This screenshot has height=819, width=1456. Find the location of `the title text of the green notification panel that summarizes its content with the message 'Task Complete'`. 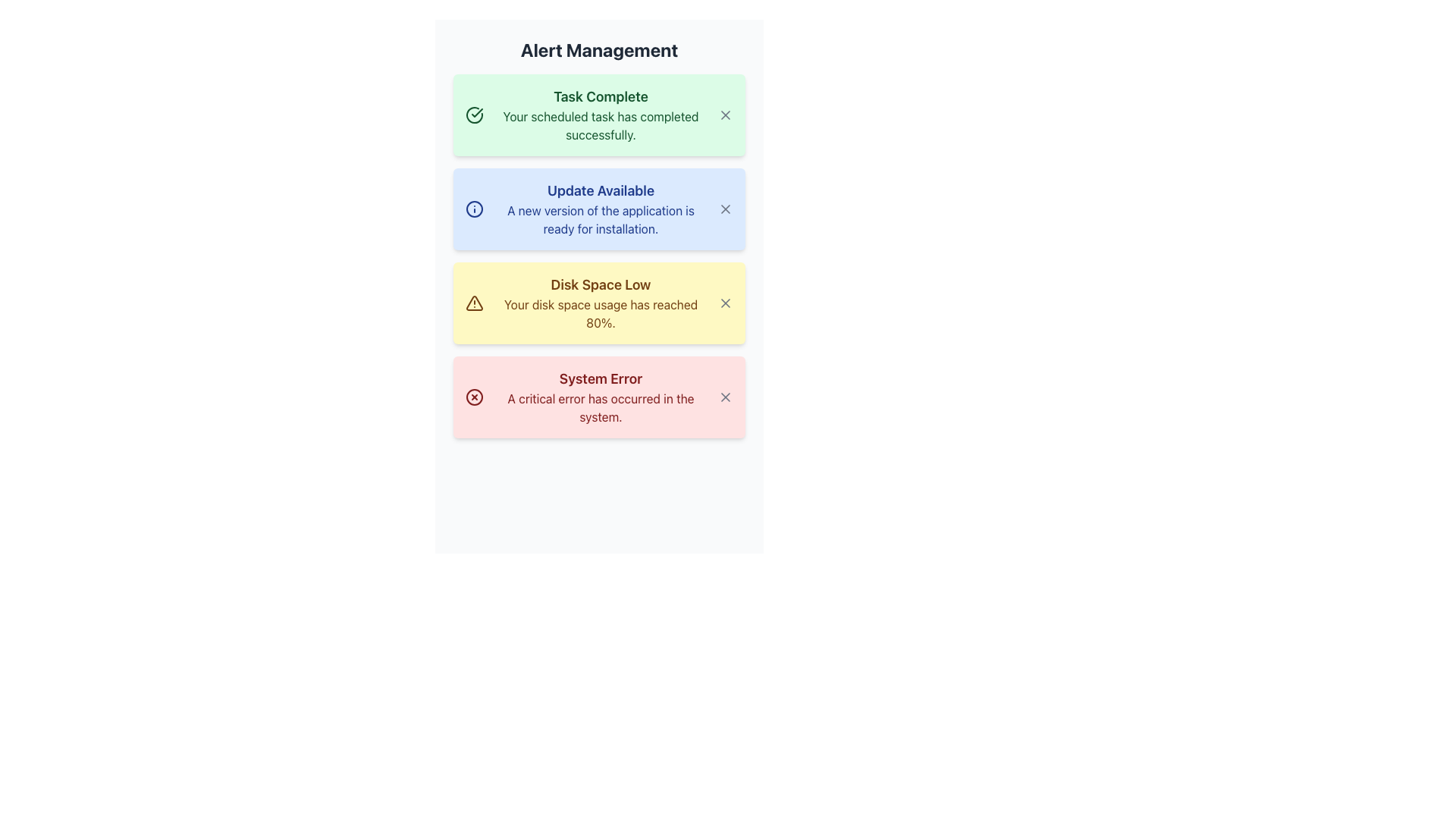

the title text of the green notification panel that summarizes its content with the message 'Task Complete' is located at coordinates (600, 96).